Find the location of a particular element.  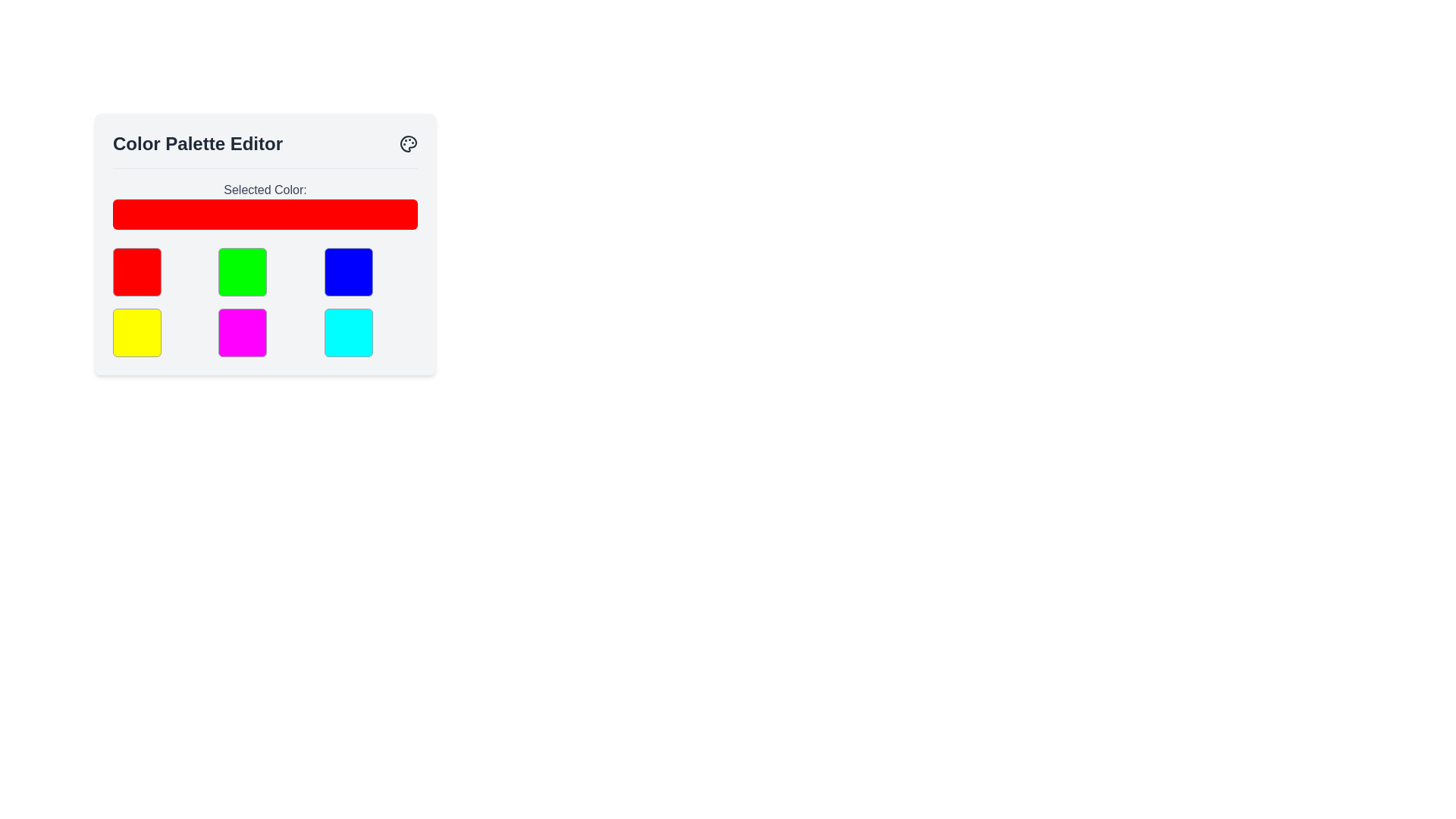

the clickable blue block with rounded corners and gray border, located in the first row, third position of the grid is located at coordinates (347, 271).